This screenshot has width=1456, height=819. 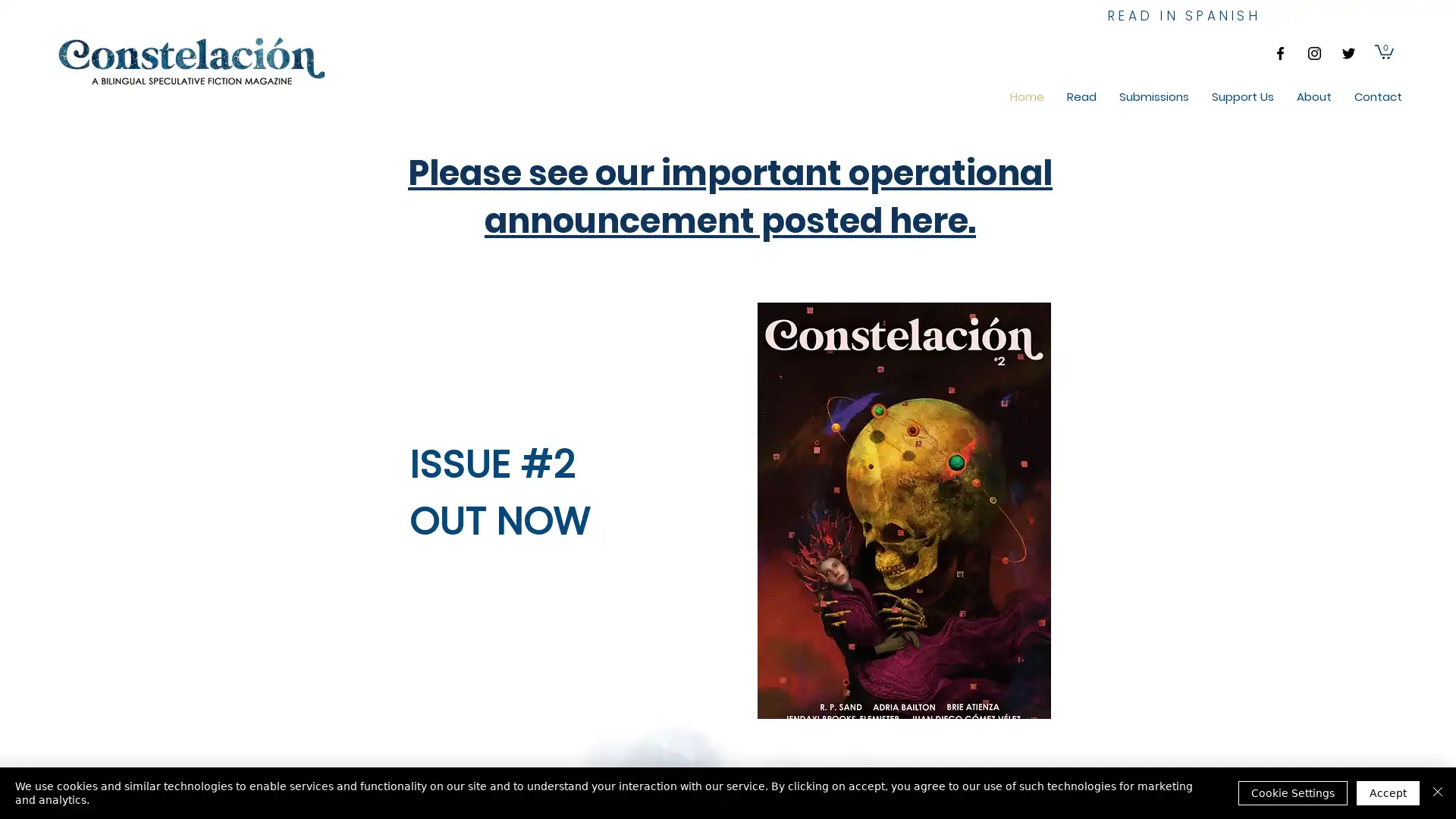 What do you see at coordinates (1384, 49) in the screenshot?
I see `Cart with 0 items` at bounding box center [1384, 49].